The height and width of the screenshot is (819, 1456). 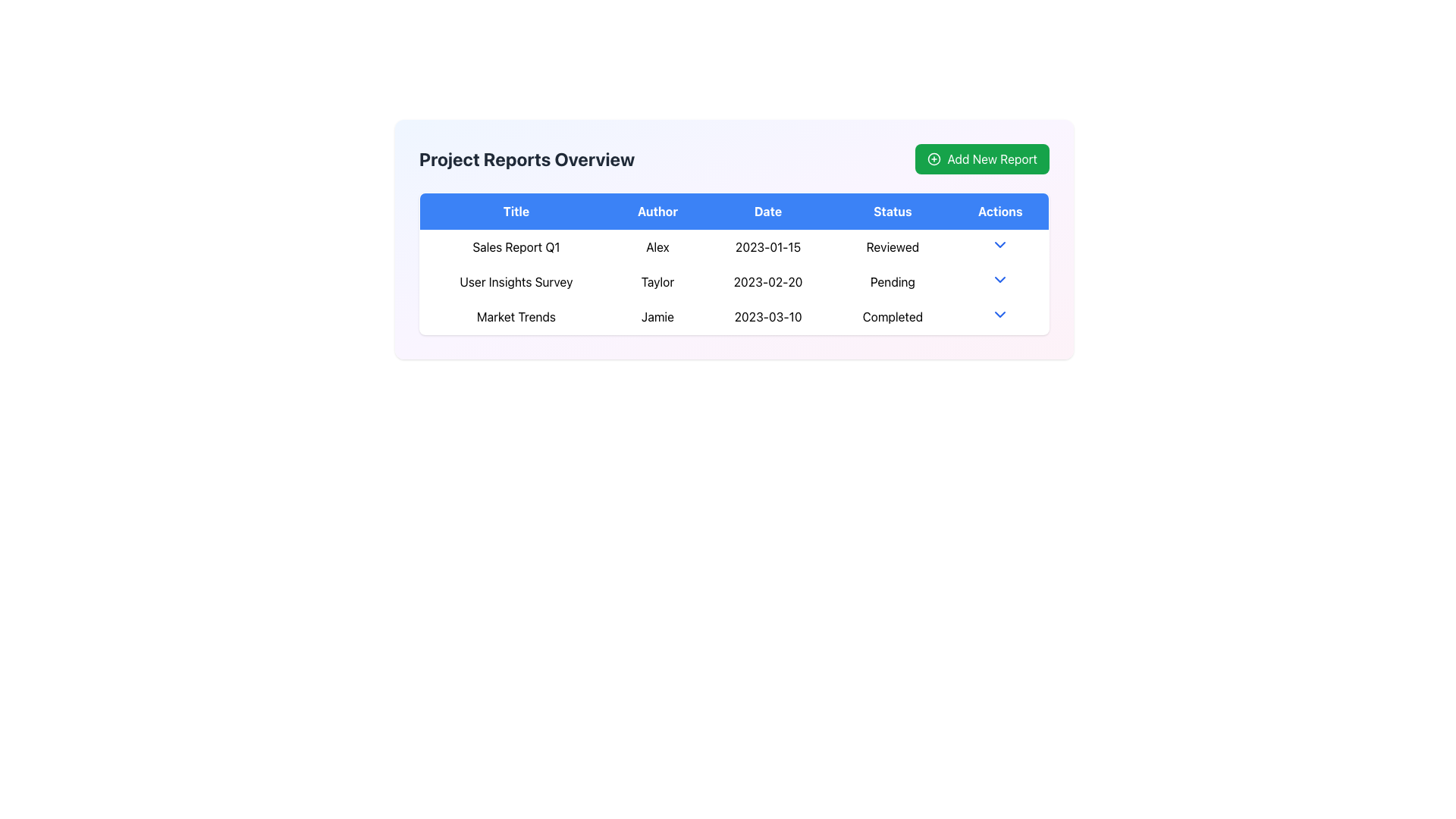 I want to click on the downward-pointing blue arrow icon in the 'Actions' column of the 'User Insights Survey' row, so click(x=1000, y=281).